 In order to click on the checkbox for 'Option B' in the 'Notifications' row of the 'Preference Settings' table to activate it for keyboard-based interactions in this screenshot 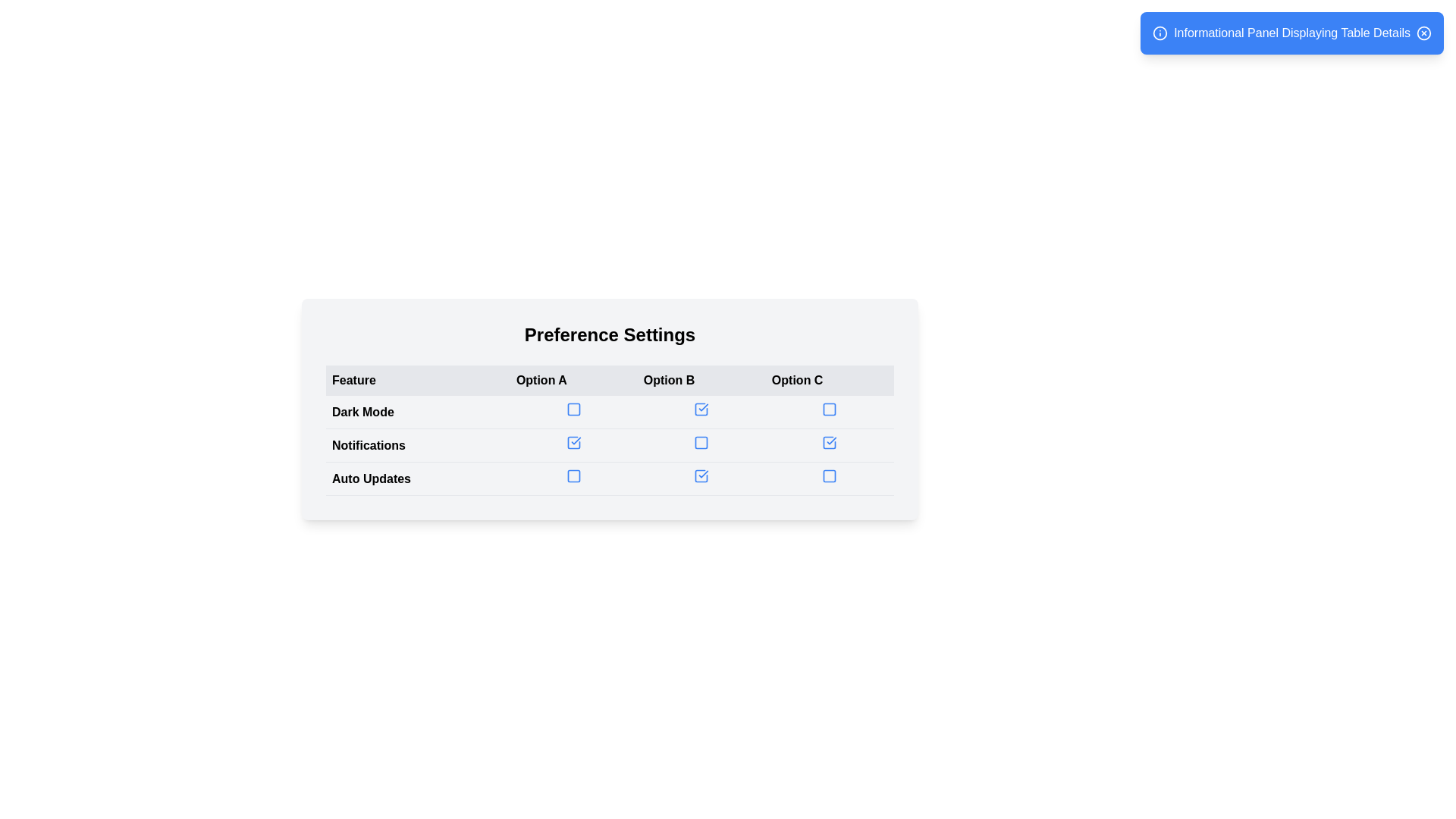, I will do `click(701, 442)`.